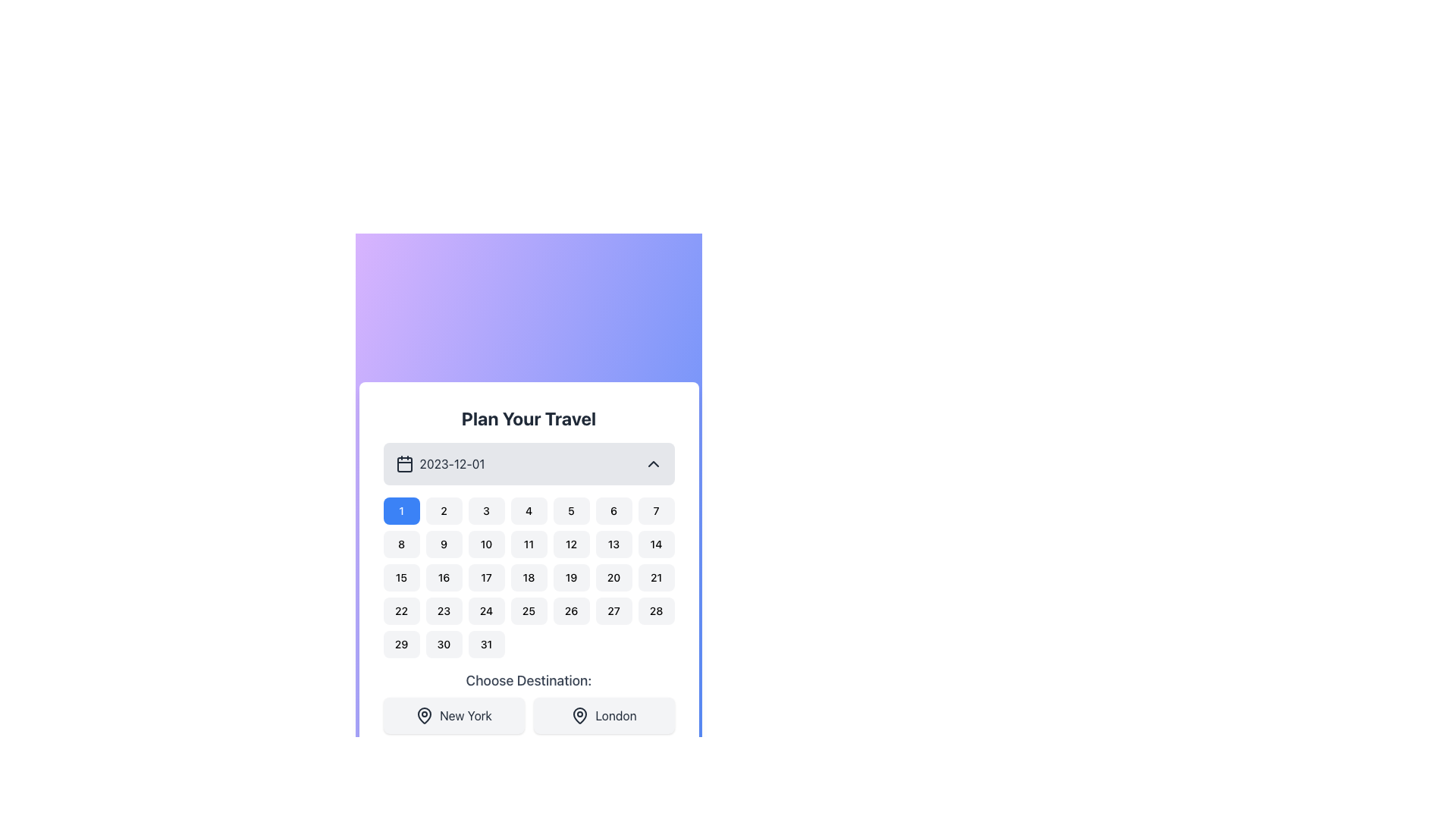  Describe the element at coordinates (401, 511) in the screenshot. I see `the button representing the first day in the displayed month` at that location.